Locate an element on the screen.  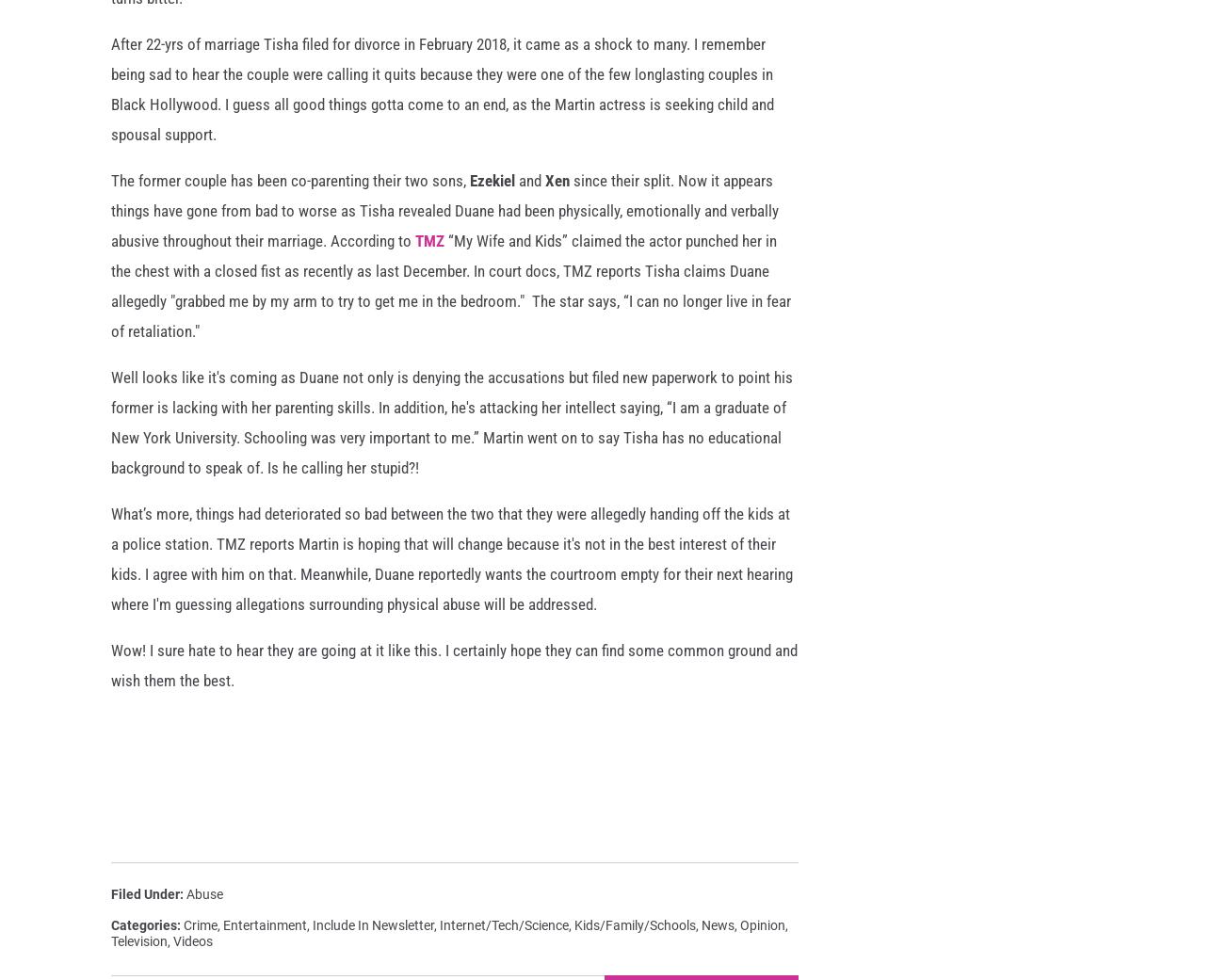
'Filed Under' is located at coordinates (145, 907).